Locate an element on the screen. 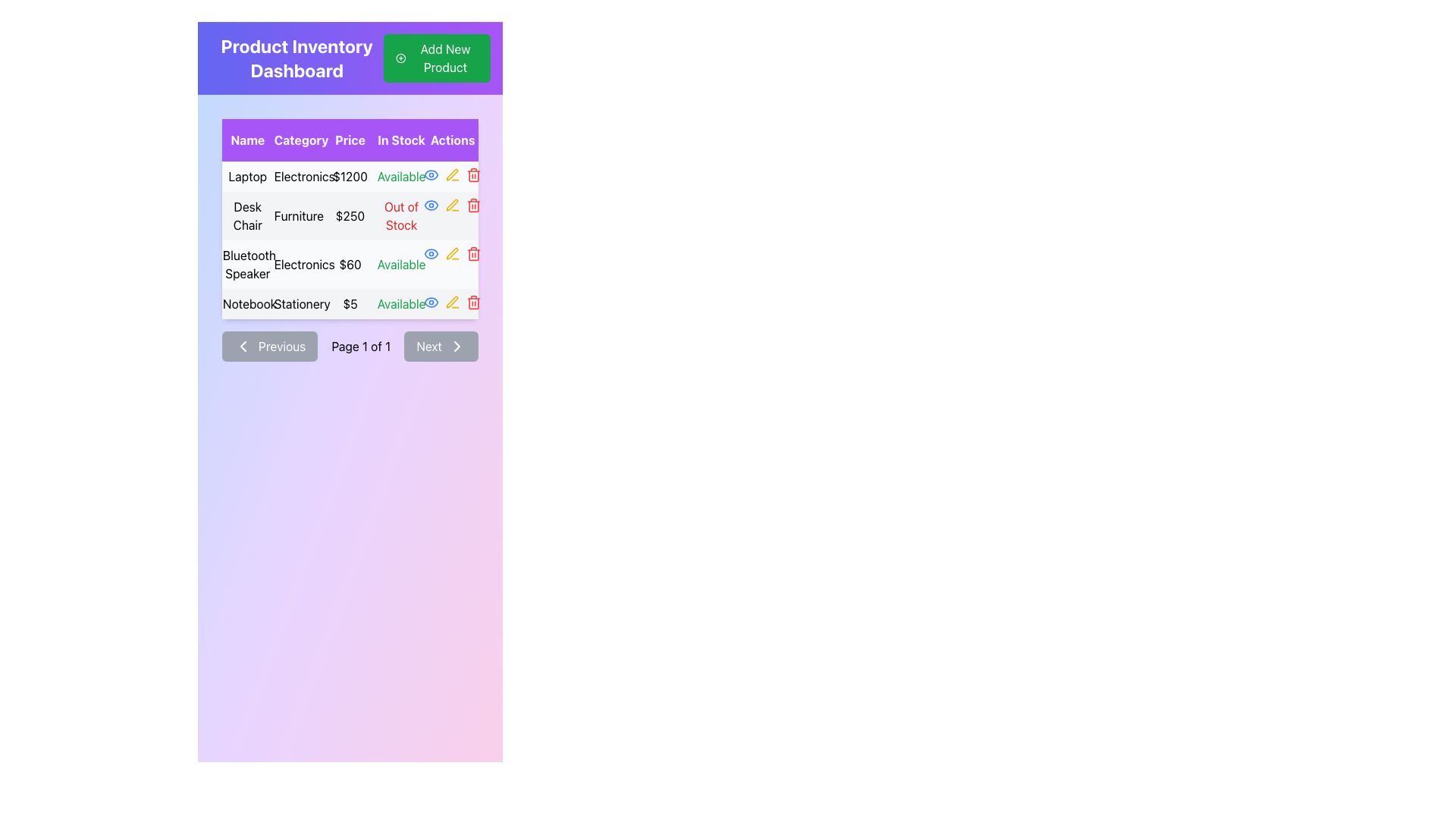  the text label indicating stock availability status, which shows 'Available' in the 'In Stock' column of the main table, located after the price '$5' and before the action buttons is located at coordinates (401, 304).